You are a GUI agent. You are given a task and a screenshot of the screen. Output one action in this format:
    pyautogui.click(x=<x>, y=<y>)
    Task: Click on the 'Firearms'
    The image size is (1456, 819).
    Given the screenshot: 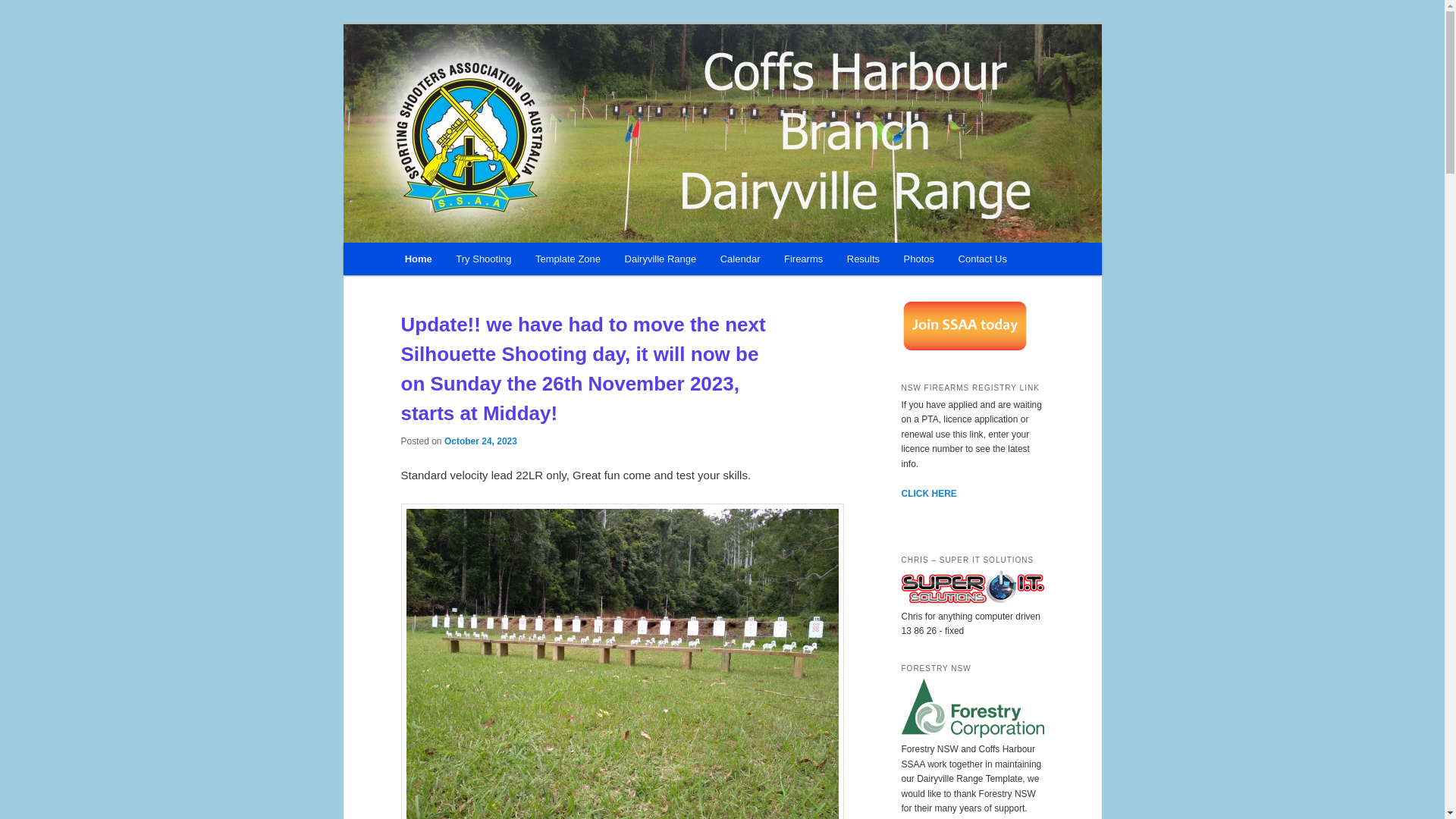 What is the action you would take?
    pyautogui.click(x=802, y=258)
    